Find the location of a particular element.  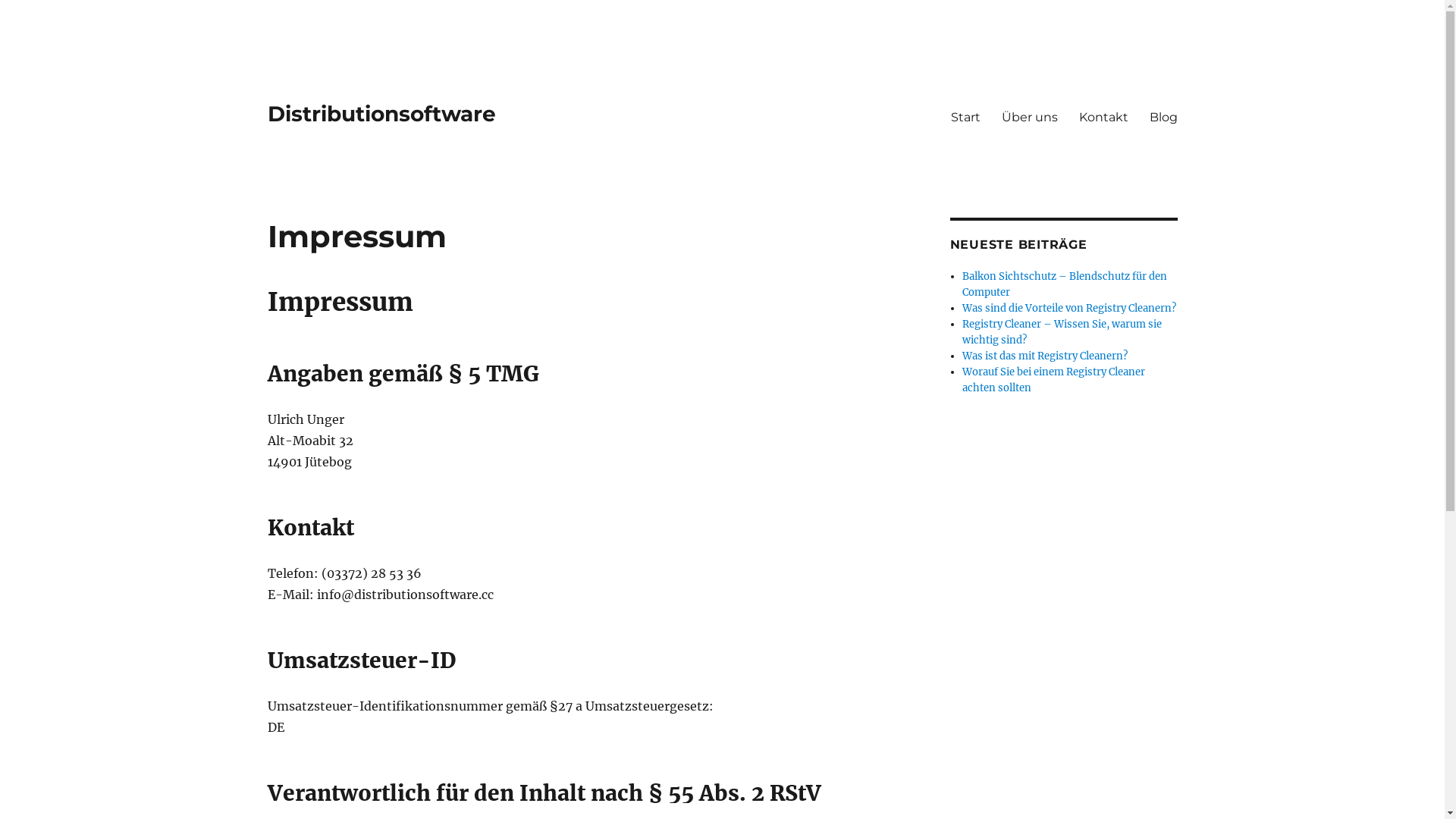

'Kontakt' is located at coordinates (1103, 116).